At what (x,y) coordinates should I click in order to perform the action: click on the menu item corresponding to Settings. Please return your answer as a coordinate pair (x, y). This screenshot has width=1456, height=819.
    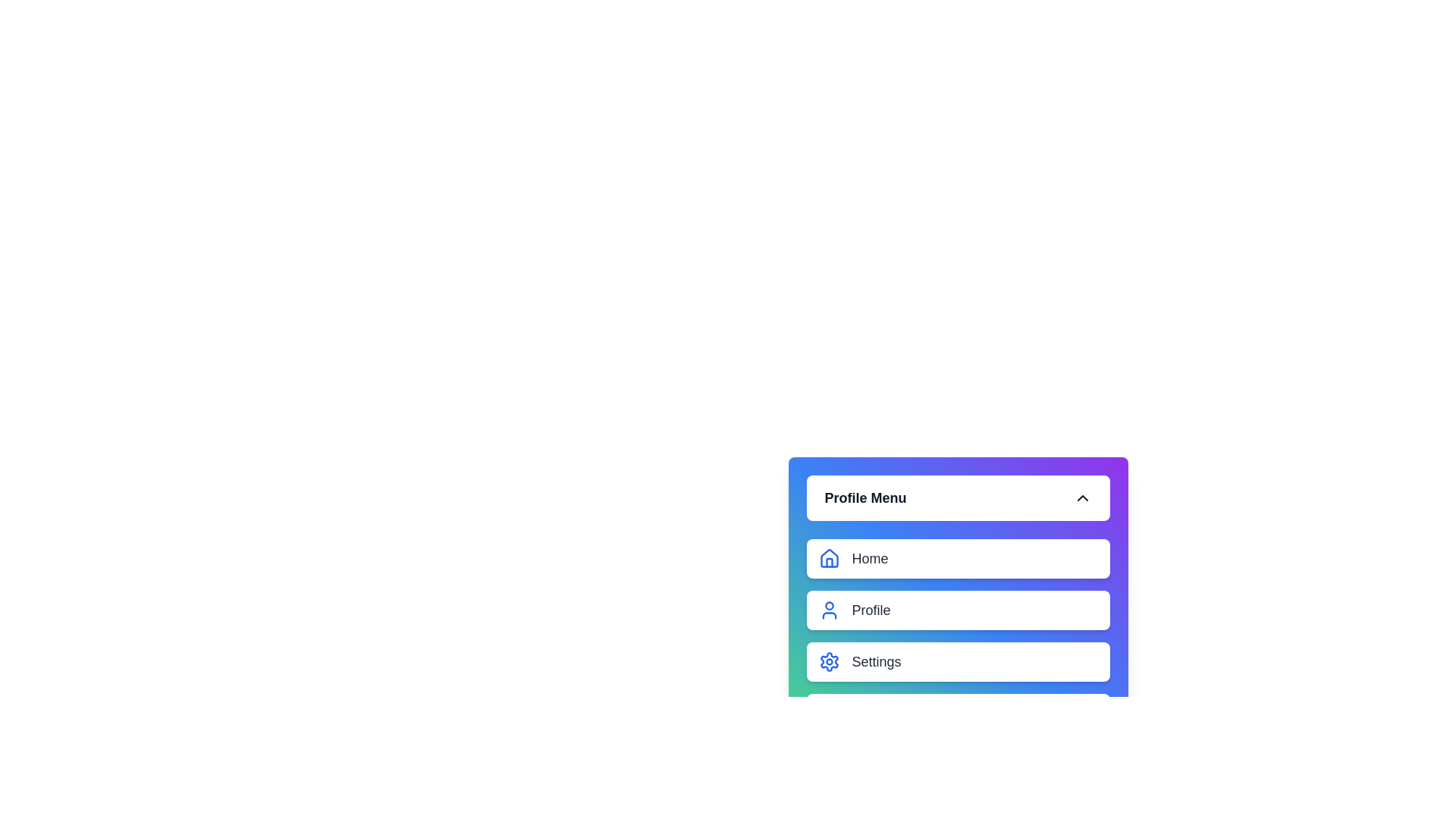
    Looking at the image, I should click on (828, 661).